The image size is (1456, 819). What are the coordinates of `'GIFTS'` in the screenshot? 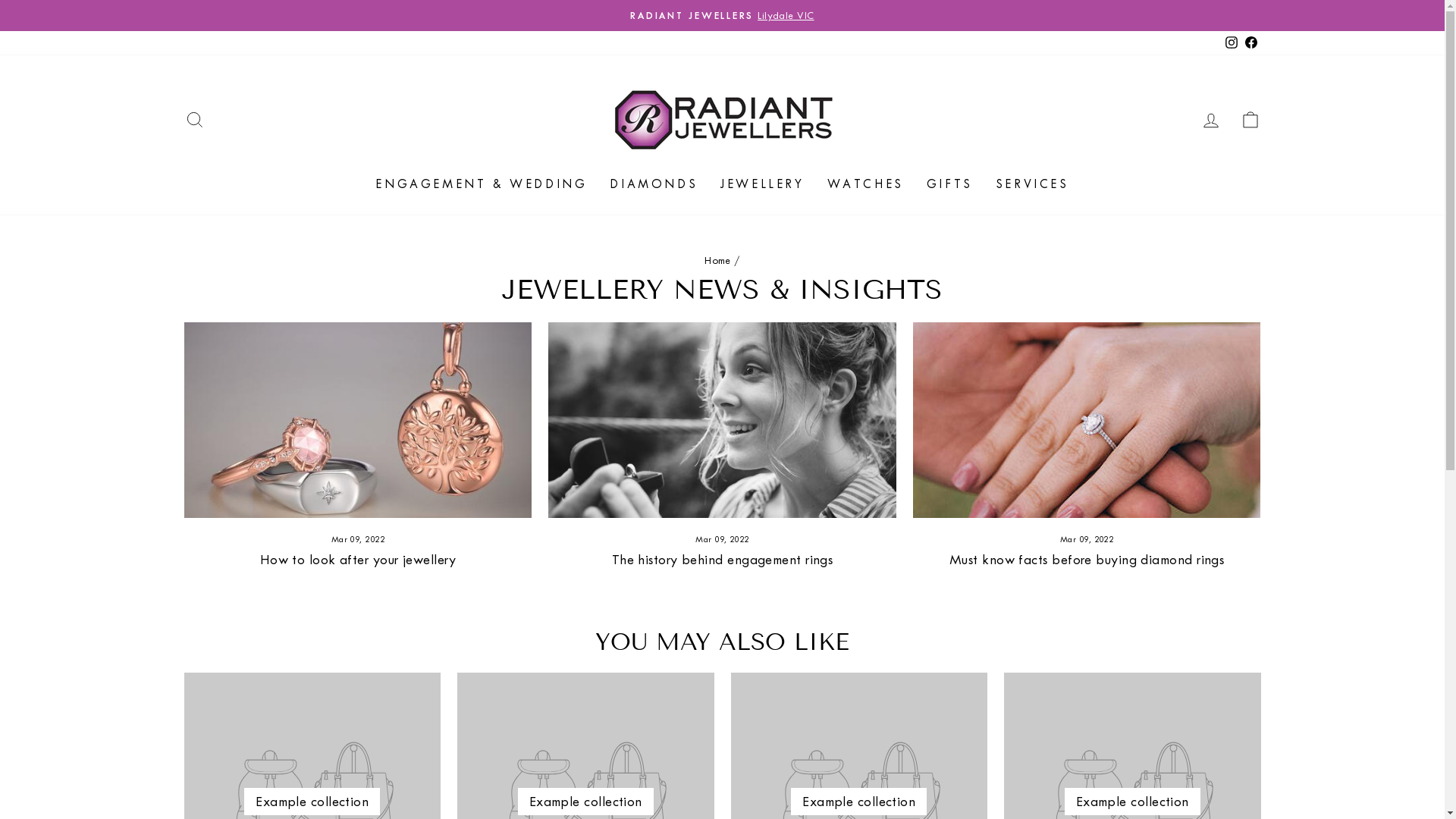 It's located at (949, 183).